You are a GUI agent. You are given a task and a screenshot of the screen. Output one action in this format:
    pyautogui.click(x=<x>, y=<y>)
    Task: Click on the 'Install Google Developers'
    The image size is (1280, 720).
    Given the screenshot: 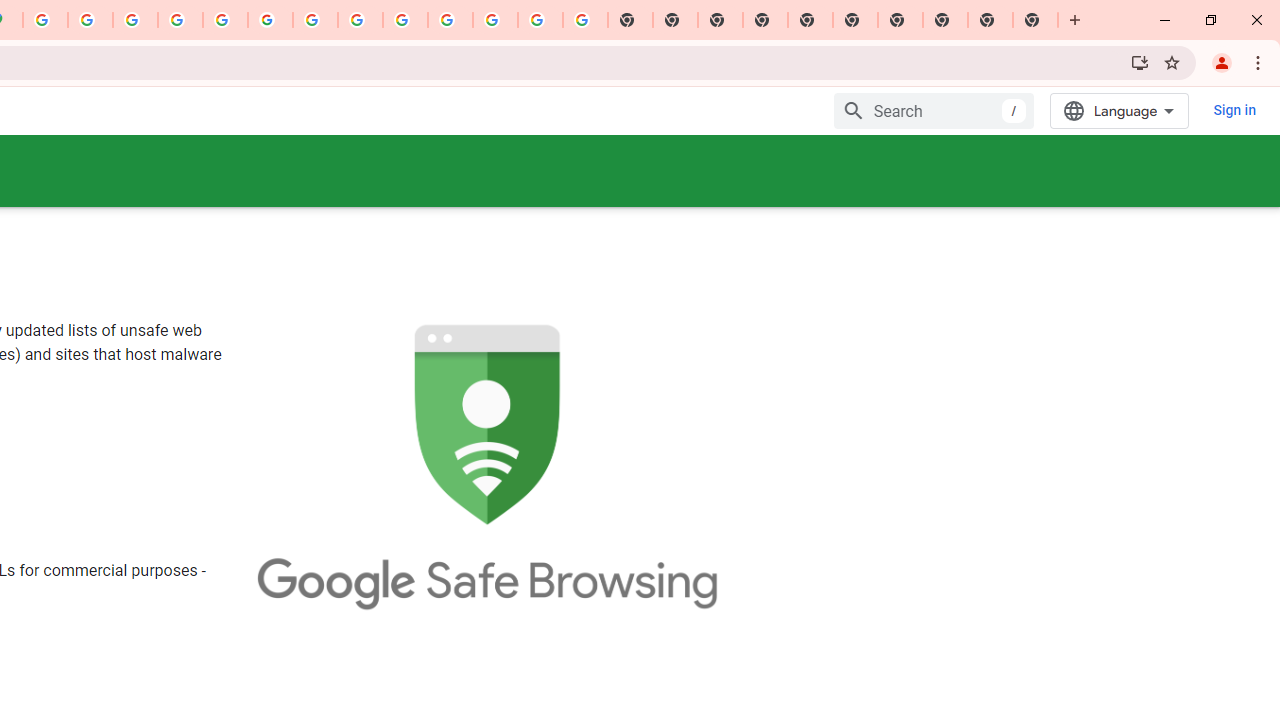 What is the action you would take?
    pyautogui.click(x=1139, y=61)
    